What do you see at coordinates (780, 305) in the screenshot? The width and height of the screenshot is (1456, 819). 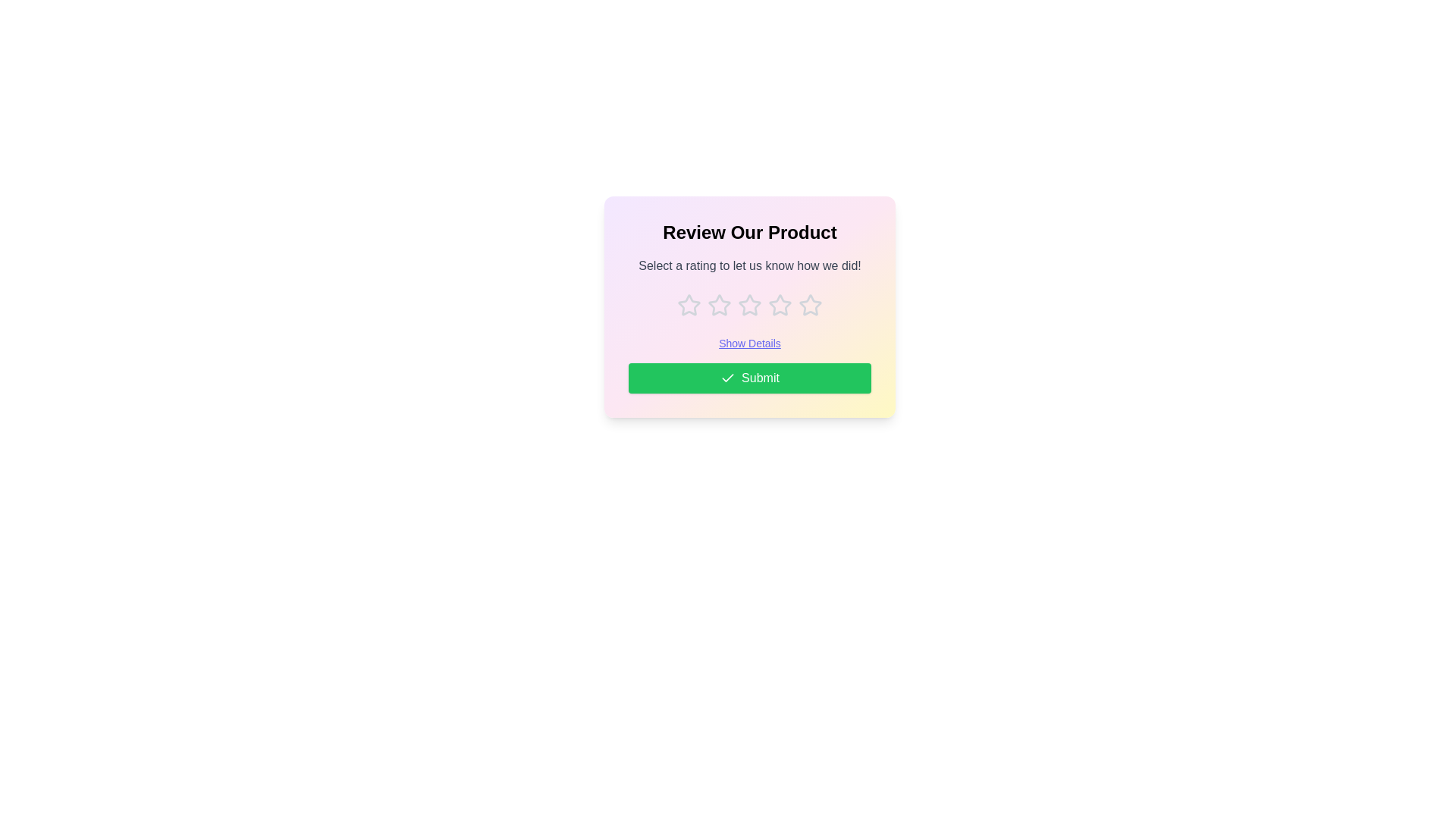 I see `the rating to 4 stars by clicking on the corresponding star` at bounding box center [780, 305].